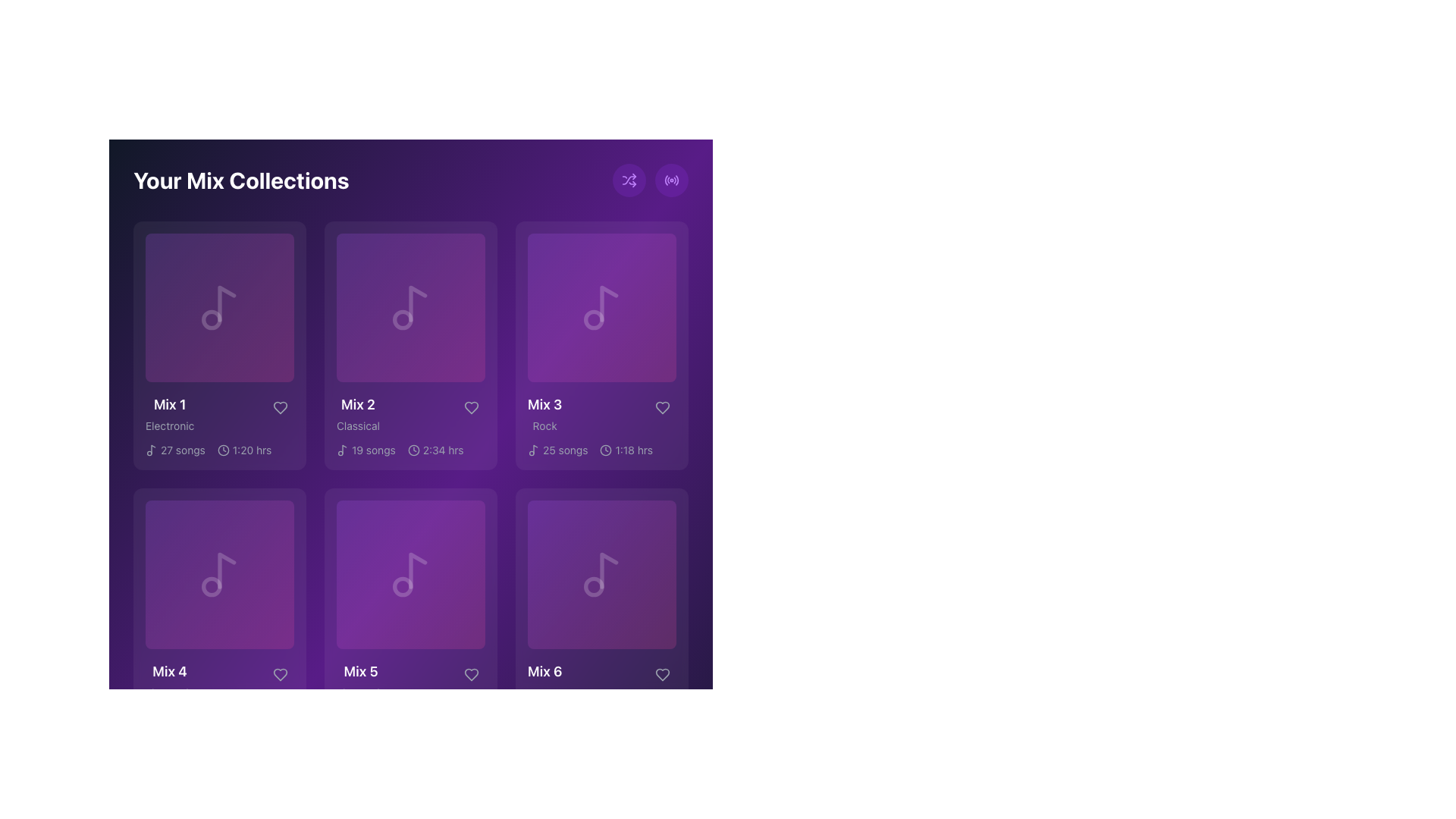 Image resolution: width=1456 pixels, height=819 pixels. What do you see at coordinates (601, 307) in the screenshot?
I see `the decorative music collection icon located centrally within the 'Mix 3' box, which is layered above a purple background` at bounding box center [601, 307].